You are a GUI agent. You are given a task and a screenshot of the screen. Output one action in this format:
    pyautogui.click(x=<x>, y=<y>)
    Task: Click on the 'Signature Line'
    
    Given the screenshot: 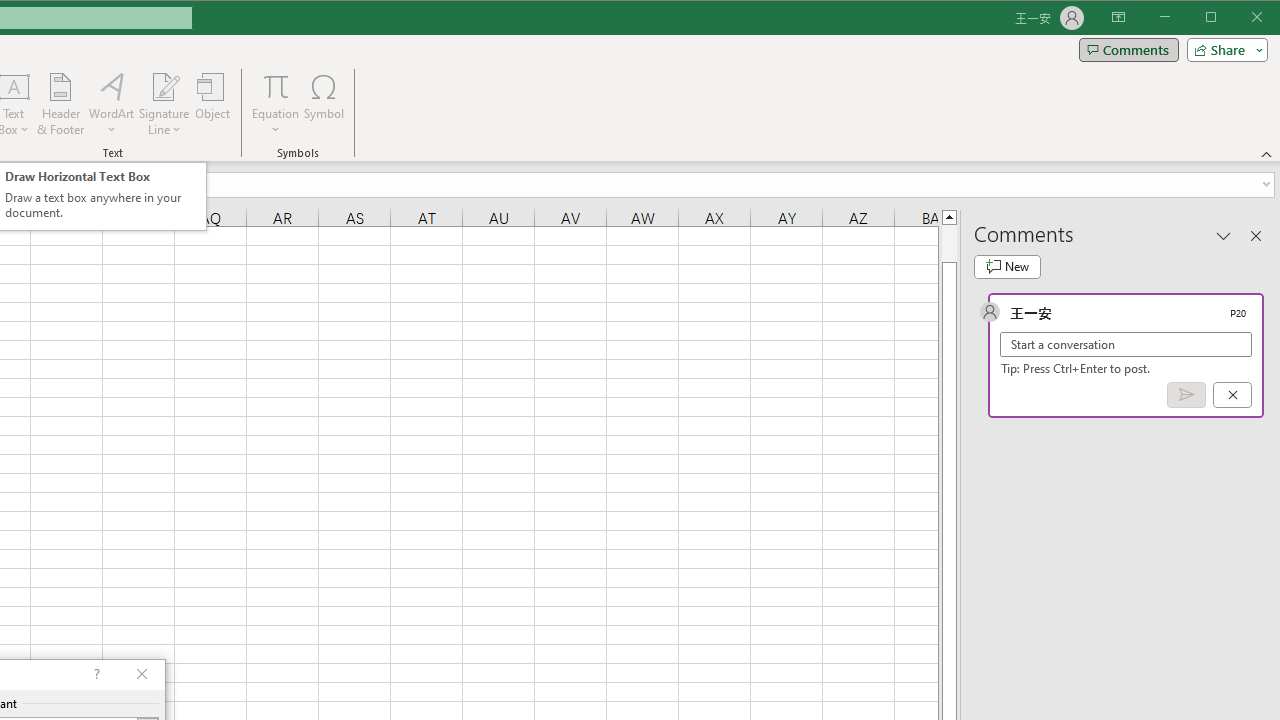 What is the action you would take?
    pyautogui.click(x=164, y=85)
    